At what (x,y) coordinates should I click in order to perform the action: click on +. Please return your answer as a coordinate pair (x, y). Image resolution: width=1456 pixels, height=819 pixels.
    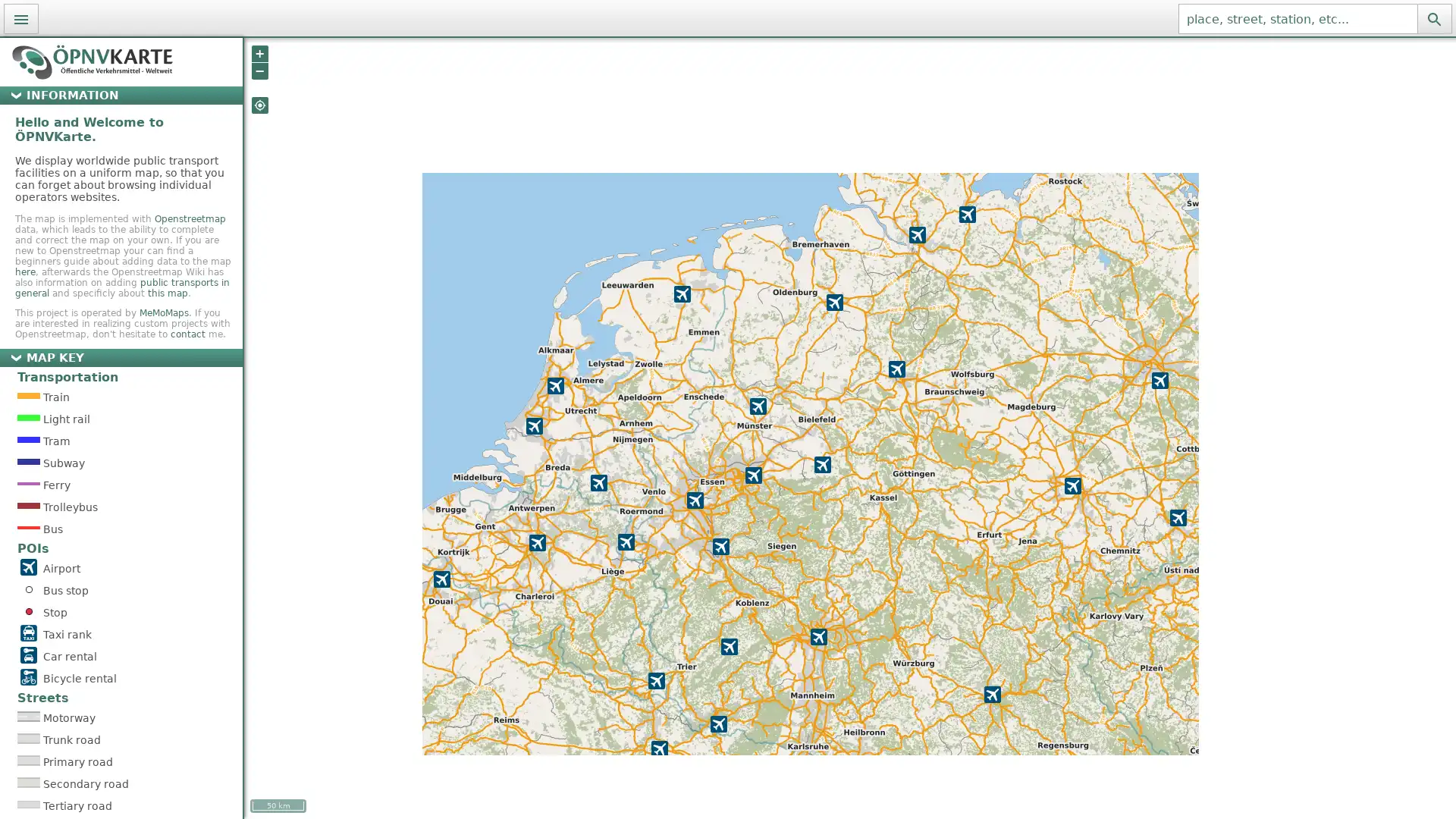
    Looking at the image, I should click on (259, 52).